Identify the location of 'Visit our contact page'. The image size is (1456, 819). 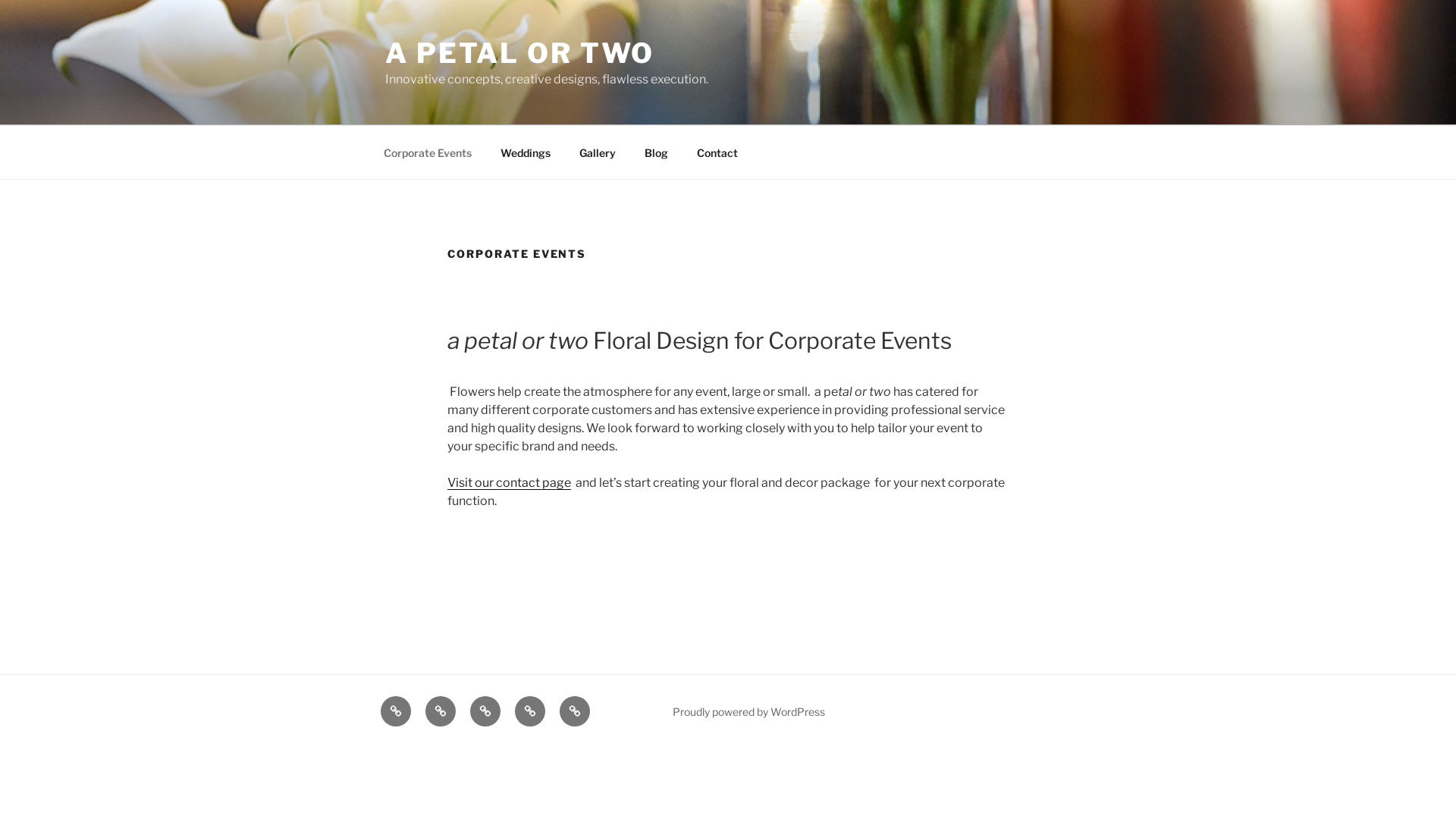
(509, 482).